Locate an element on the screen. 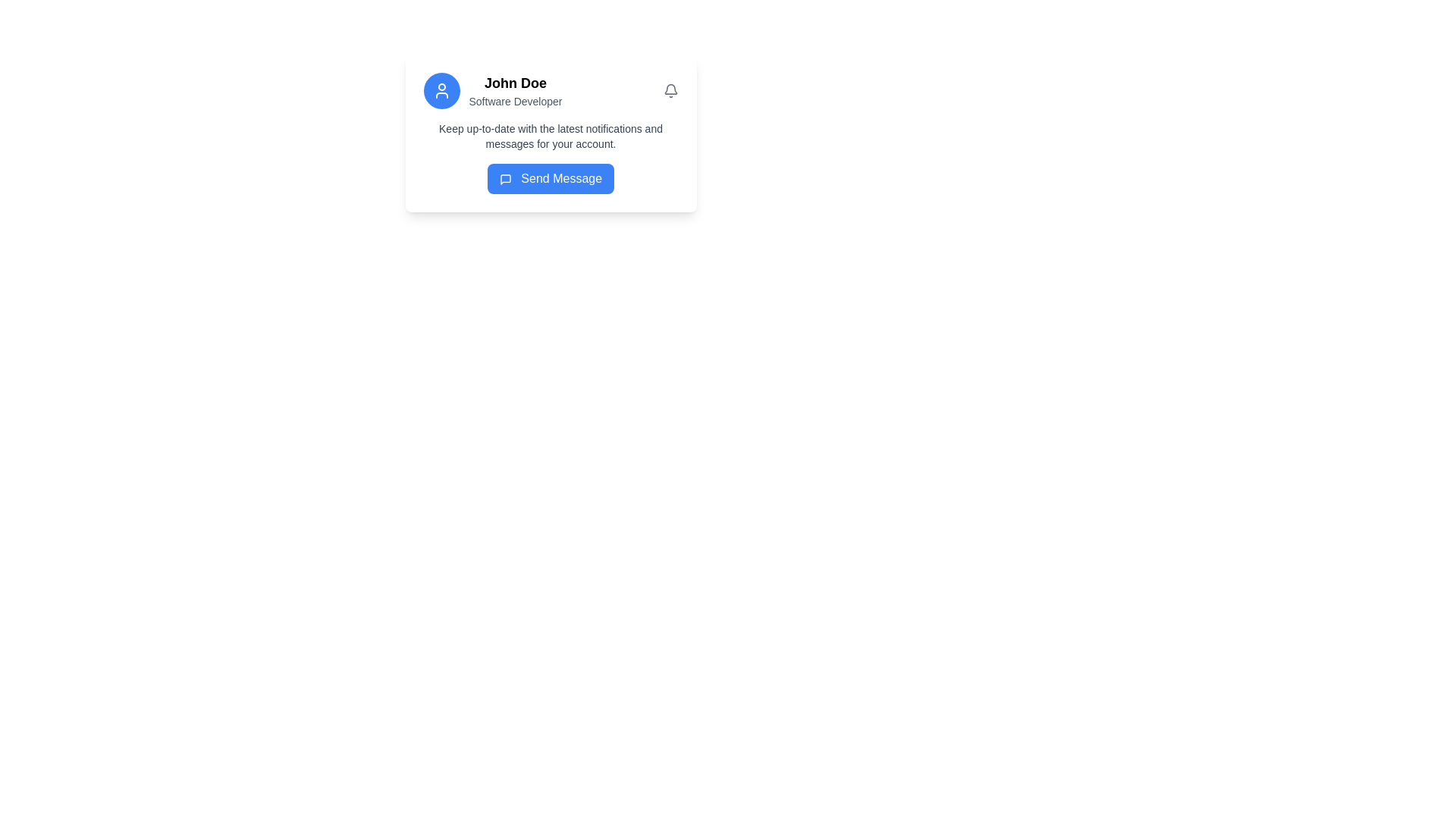 This screenshot has width=1456, height=819. the decorative chat icon located at the upper left side of the card interface, adjacent to the user text description and profile information is located at coordinates (505, 178).